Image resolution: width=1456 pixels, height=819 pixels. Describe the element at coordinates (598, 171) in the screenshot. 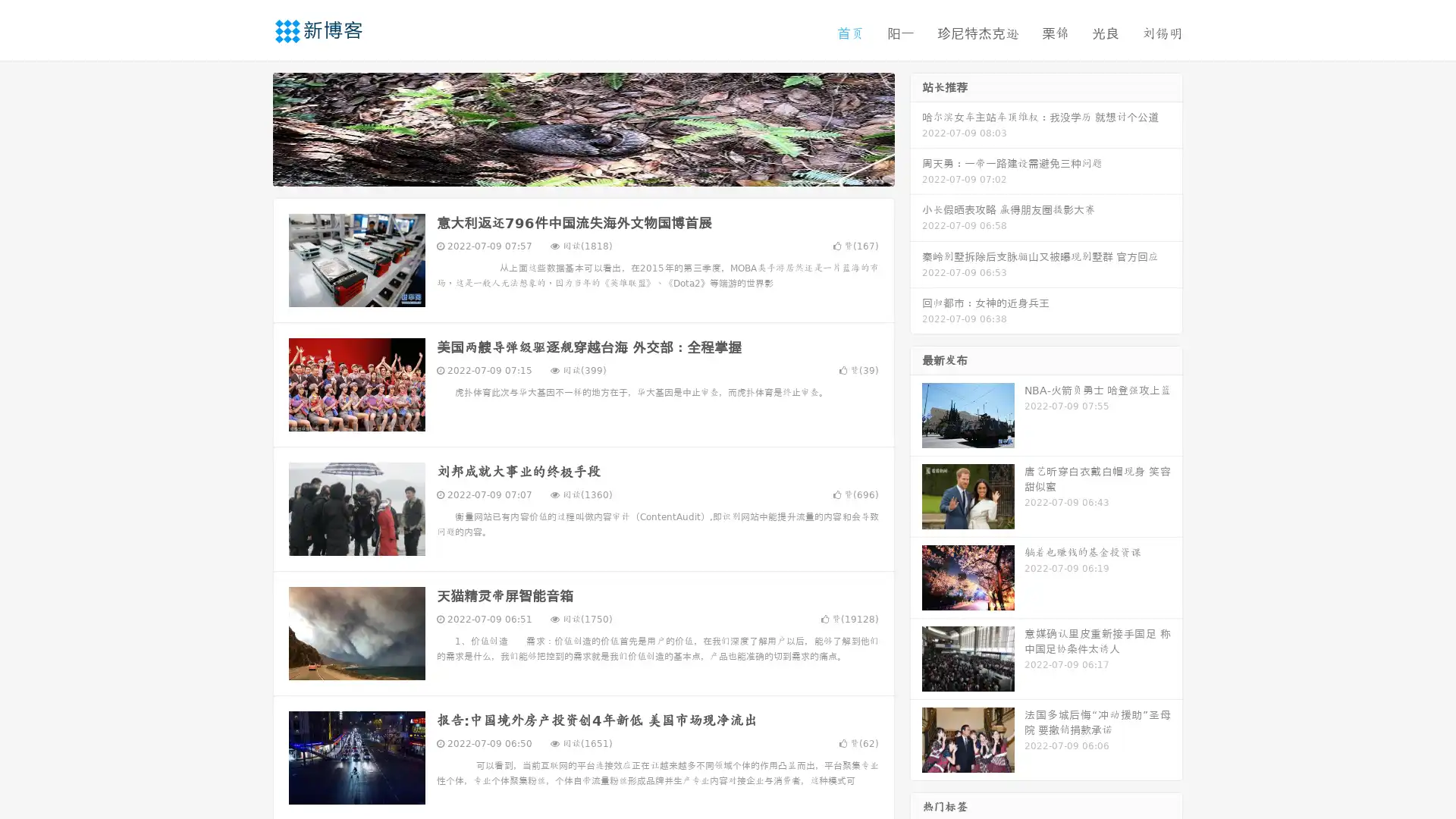

I see `Go to slide 3` at that location.